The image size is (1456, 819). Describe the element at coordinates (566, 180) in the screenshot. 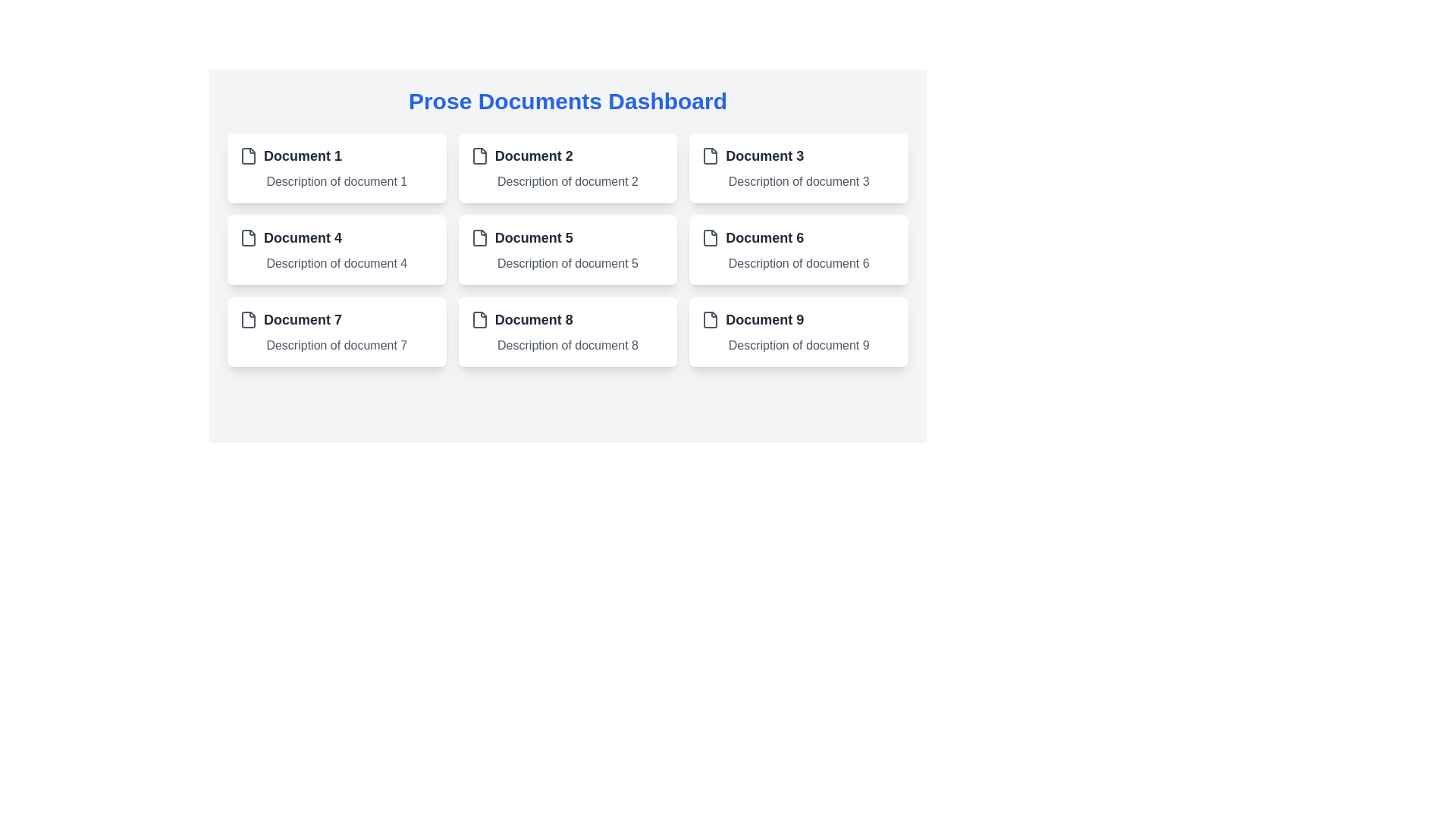

I see `the text label displaying 'Description of document 2', which is located beneath the main title 'Document 2' in the second box of the grid layout` at that location.